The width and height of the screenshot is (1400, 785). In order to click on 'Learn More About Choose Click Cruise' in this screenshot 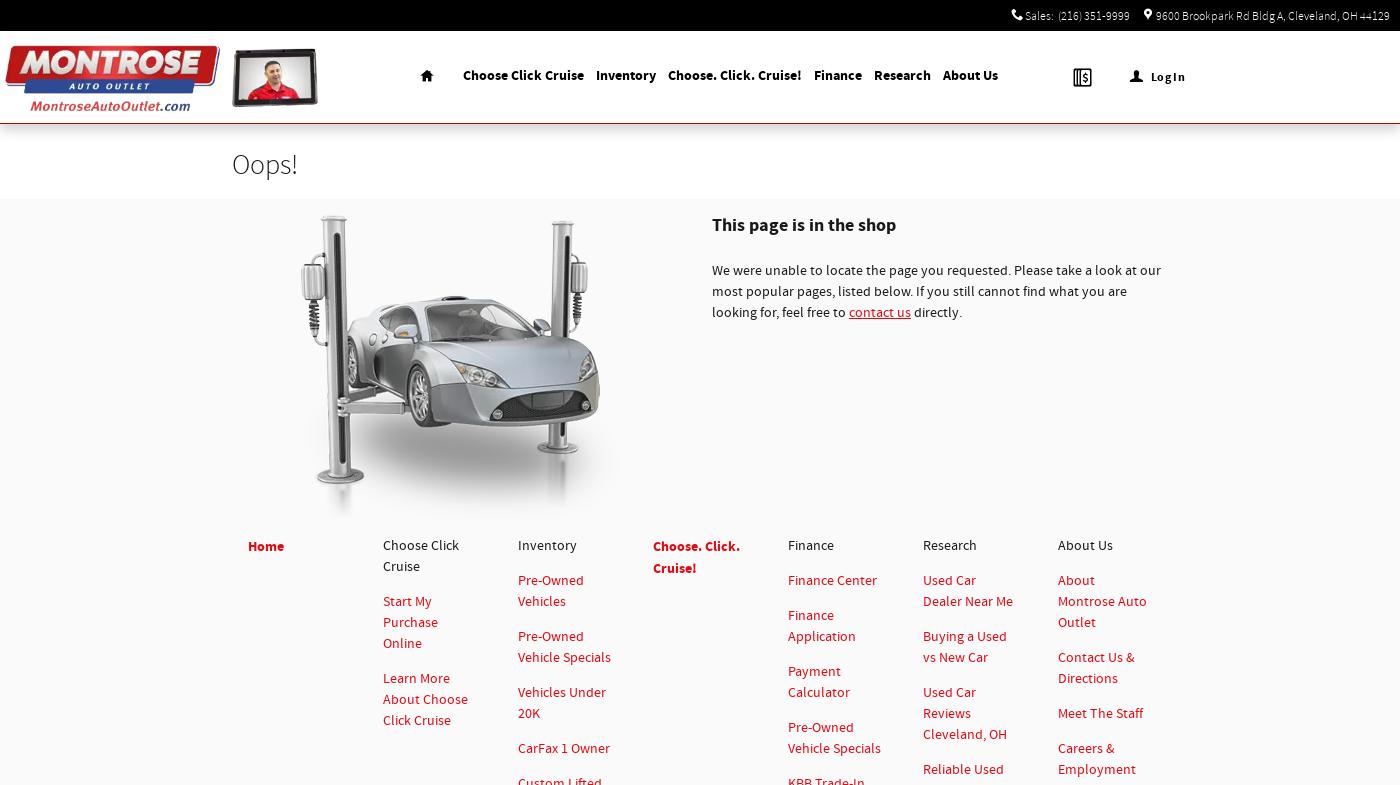, I will do `click(424, 699)`.